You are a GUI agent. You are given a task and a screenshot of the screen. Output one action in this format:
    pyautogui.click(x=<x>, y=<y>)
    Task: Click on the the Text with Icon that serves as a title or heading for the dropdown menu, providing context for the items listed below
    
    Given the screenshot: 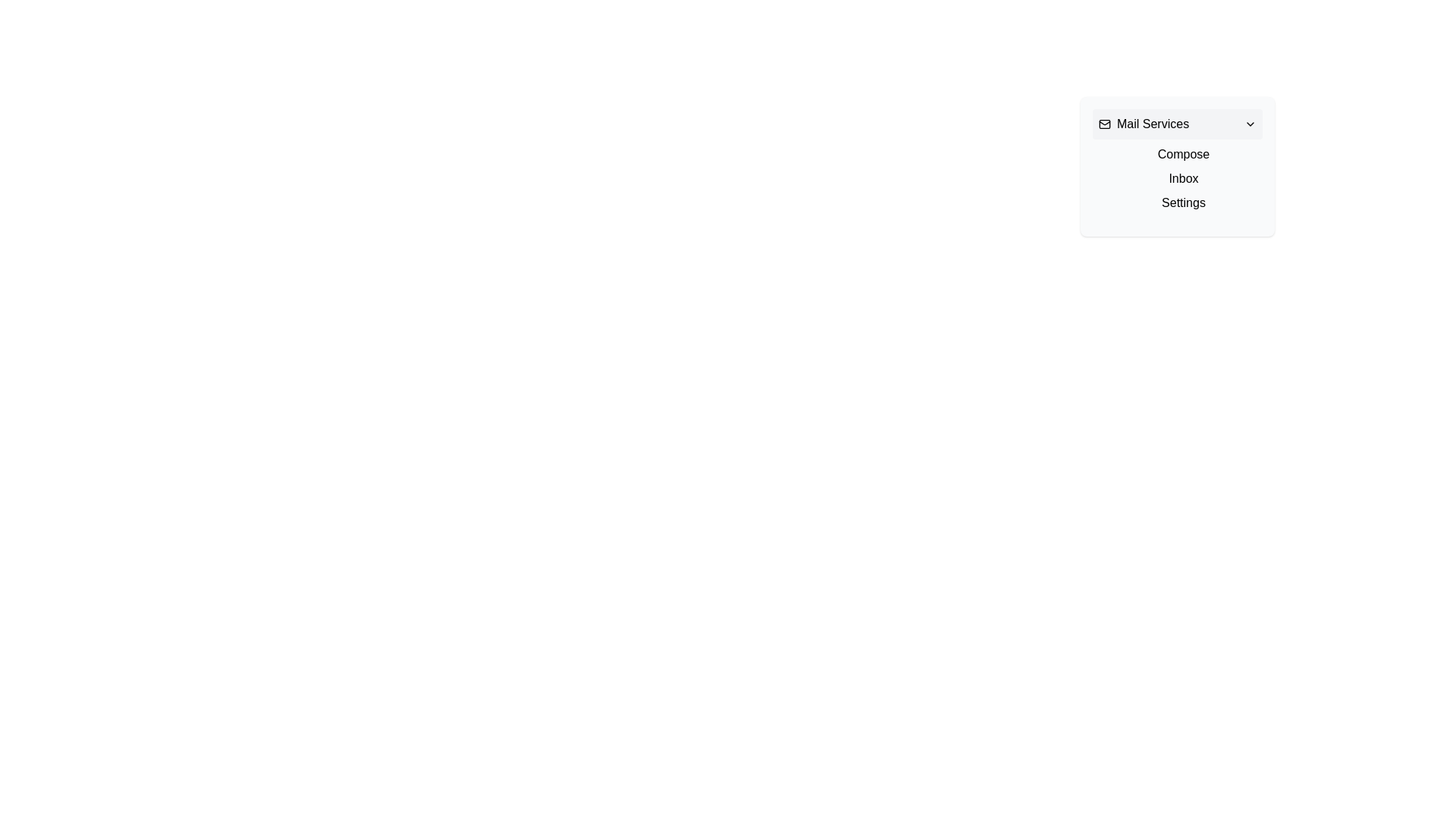 What is the action you would take?
    pyautogui.click(x=1144, y=124)
    